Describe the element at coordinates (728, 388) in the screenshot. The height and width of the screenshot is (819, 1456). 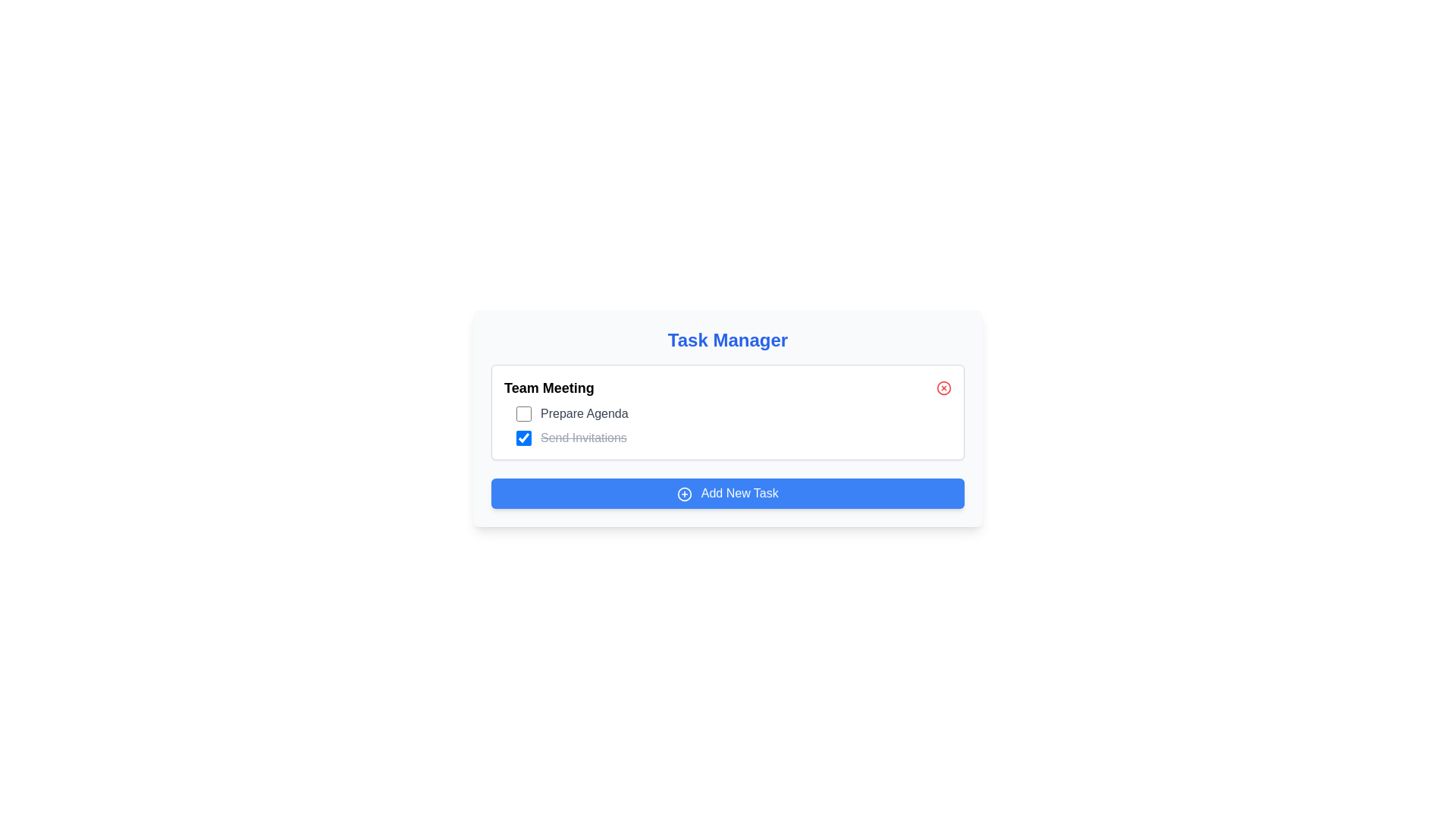
I see `the Task header for interaction` at that location.